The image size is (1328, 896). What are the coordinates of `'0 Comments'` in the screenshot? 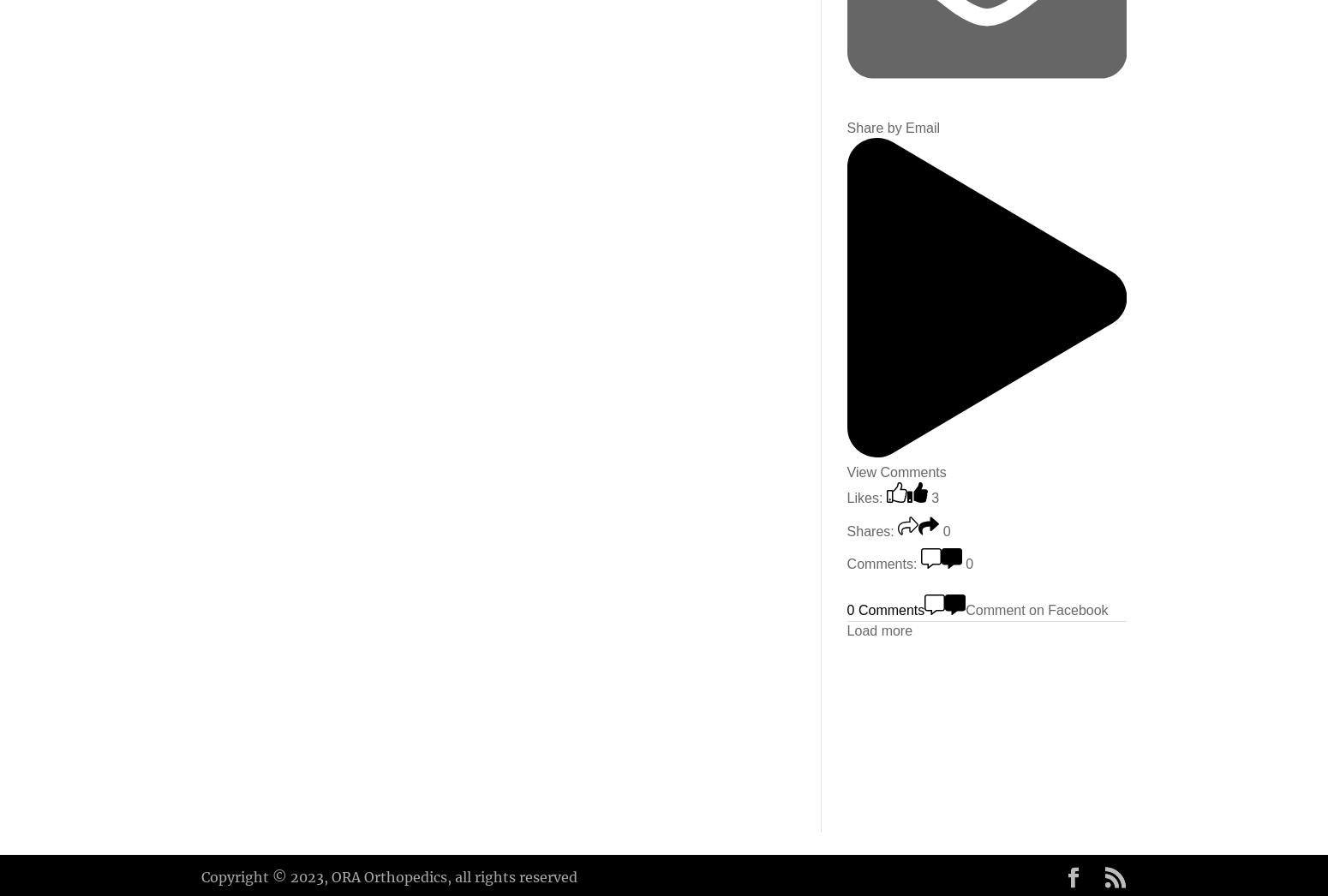 It's located at (885, 610).